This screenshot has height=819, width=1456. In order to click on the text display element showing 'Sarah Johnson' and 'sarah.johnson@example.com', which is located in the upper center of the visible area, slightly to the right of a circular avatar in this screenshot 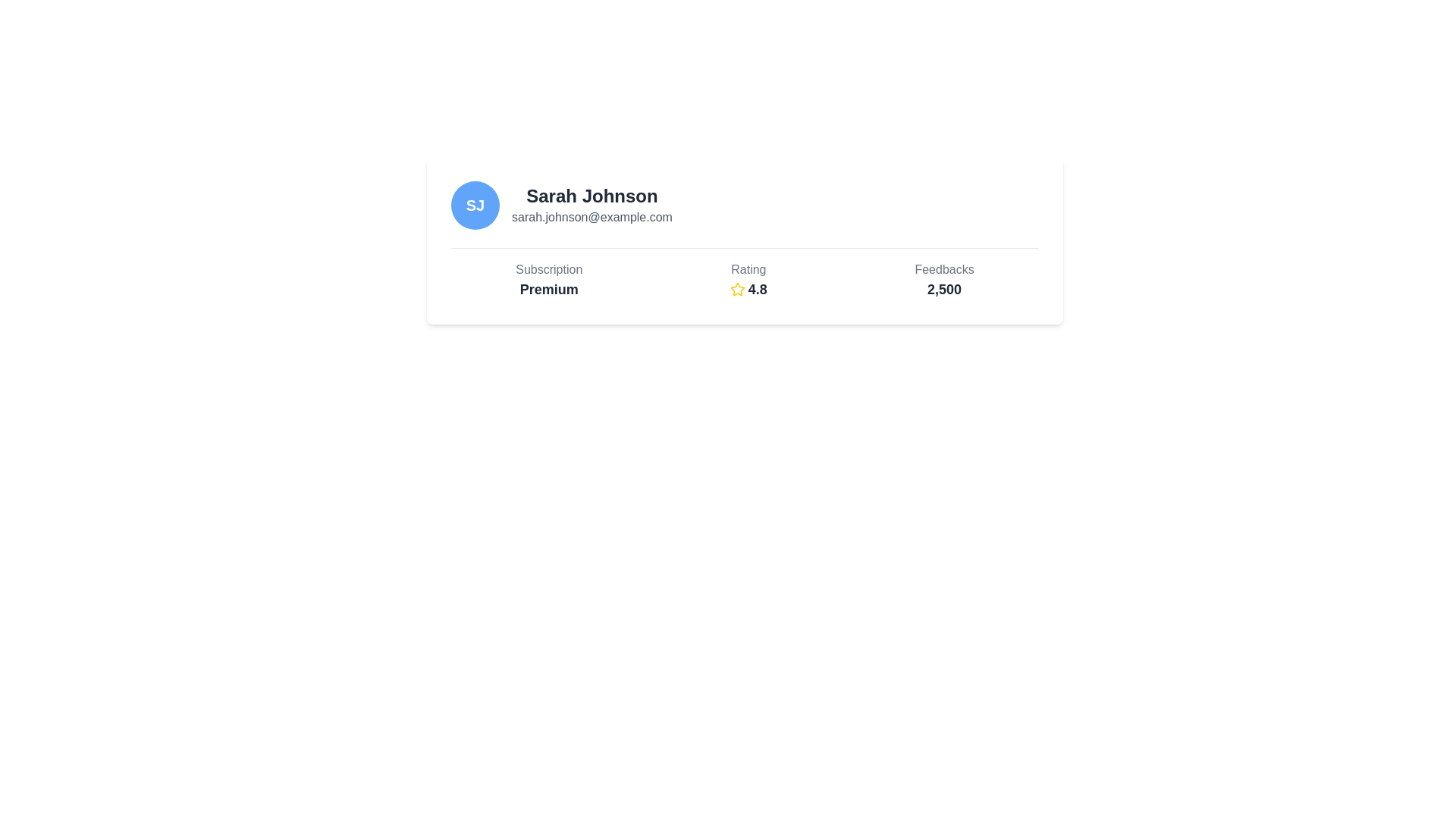, I will do `click(591, 205)`.